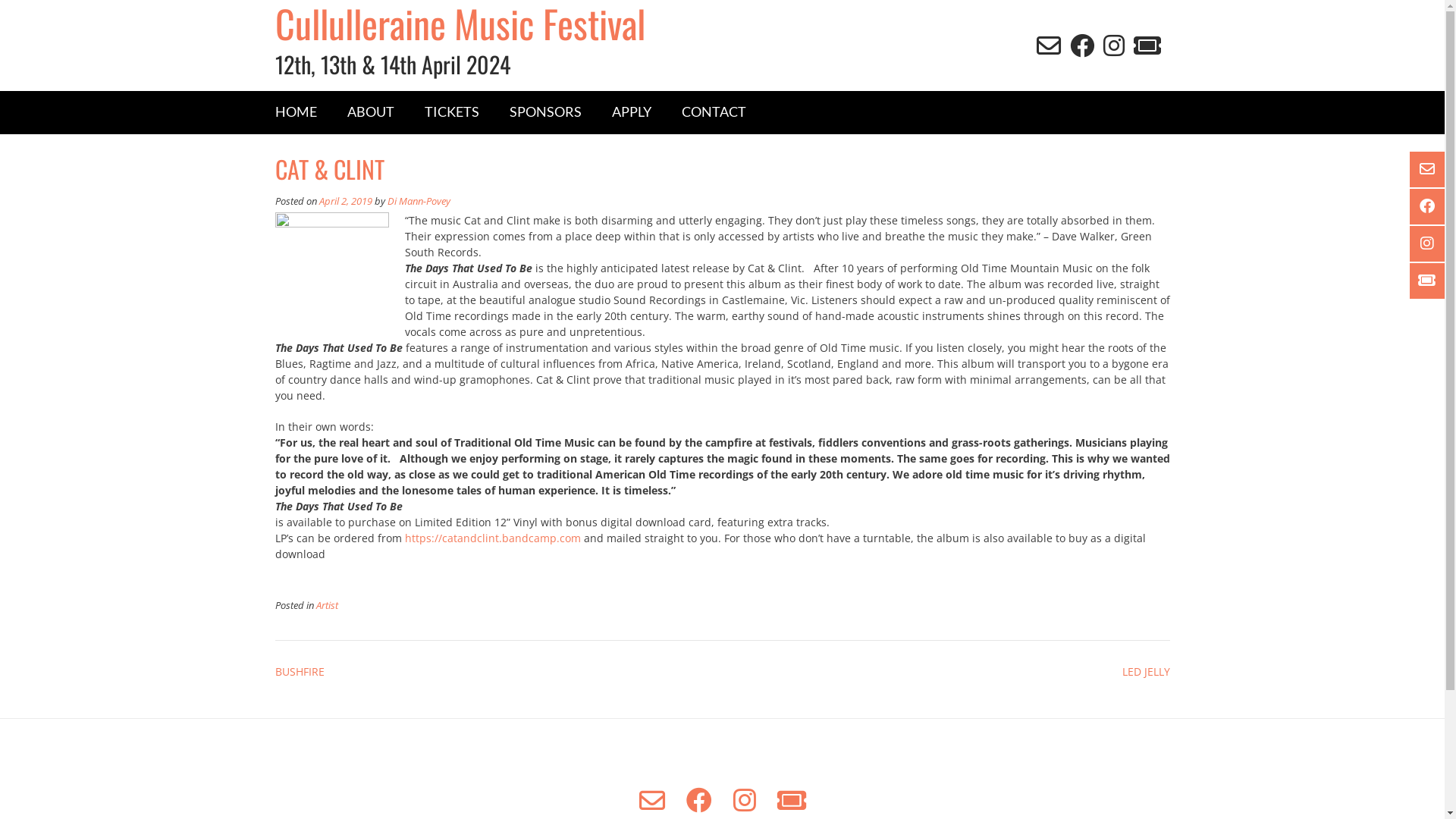 The width and height of the screenshot is (1456, 819). Describe the element at coordinates (1428, 206) in the screenshot. I see `'Find Us on Facebook'` at that location.